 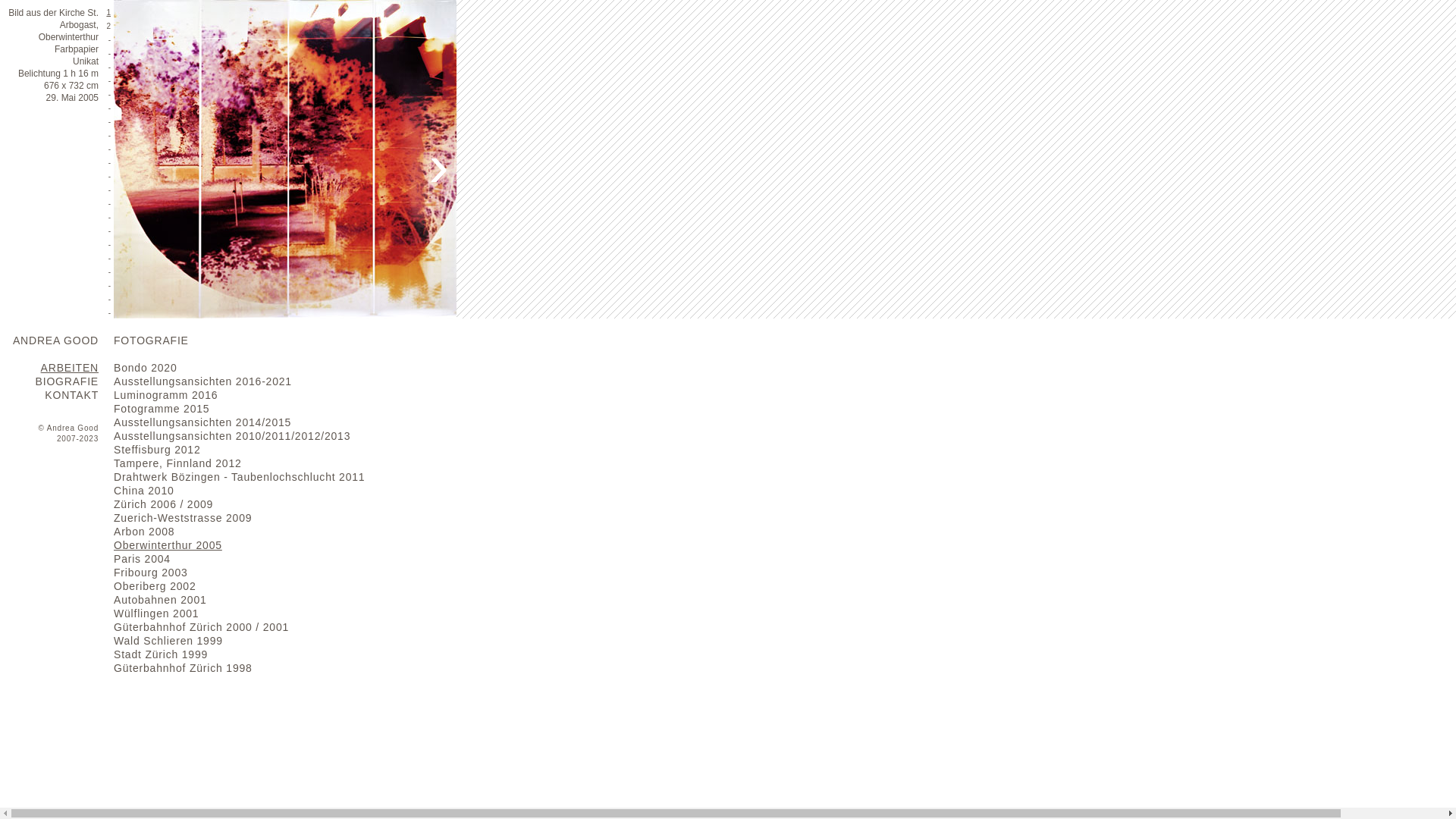 I want to click on 'Bondo 2020', so click(x=146, y=368).